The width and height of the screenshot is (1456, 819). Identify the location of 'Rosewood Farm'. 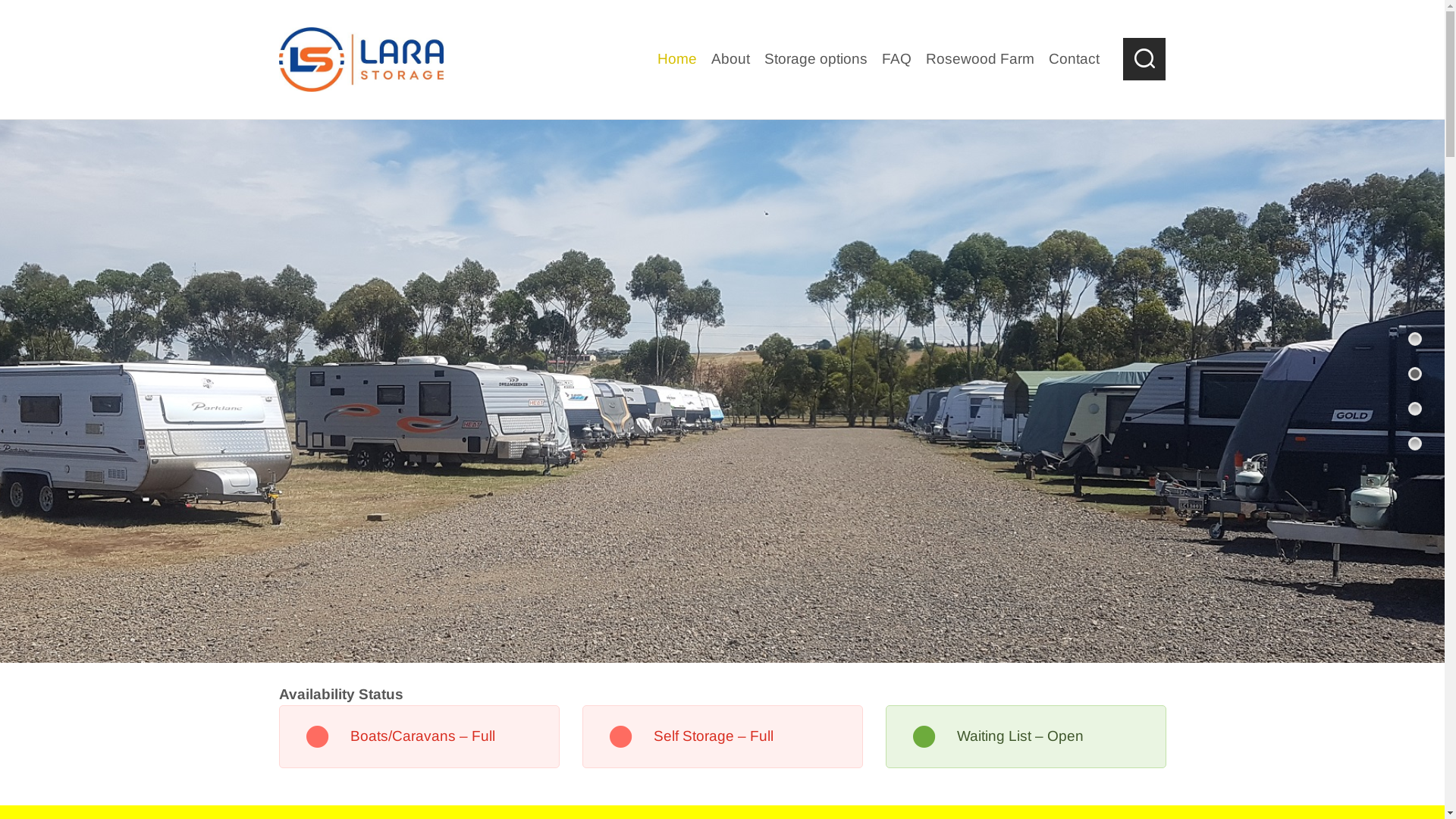
(980, 58).